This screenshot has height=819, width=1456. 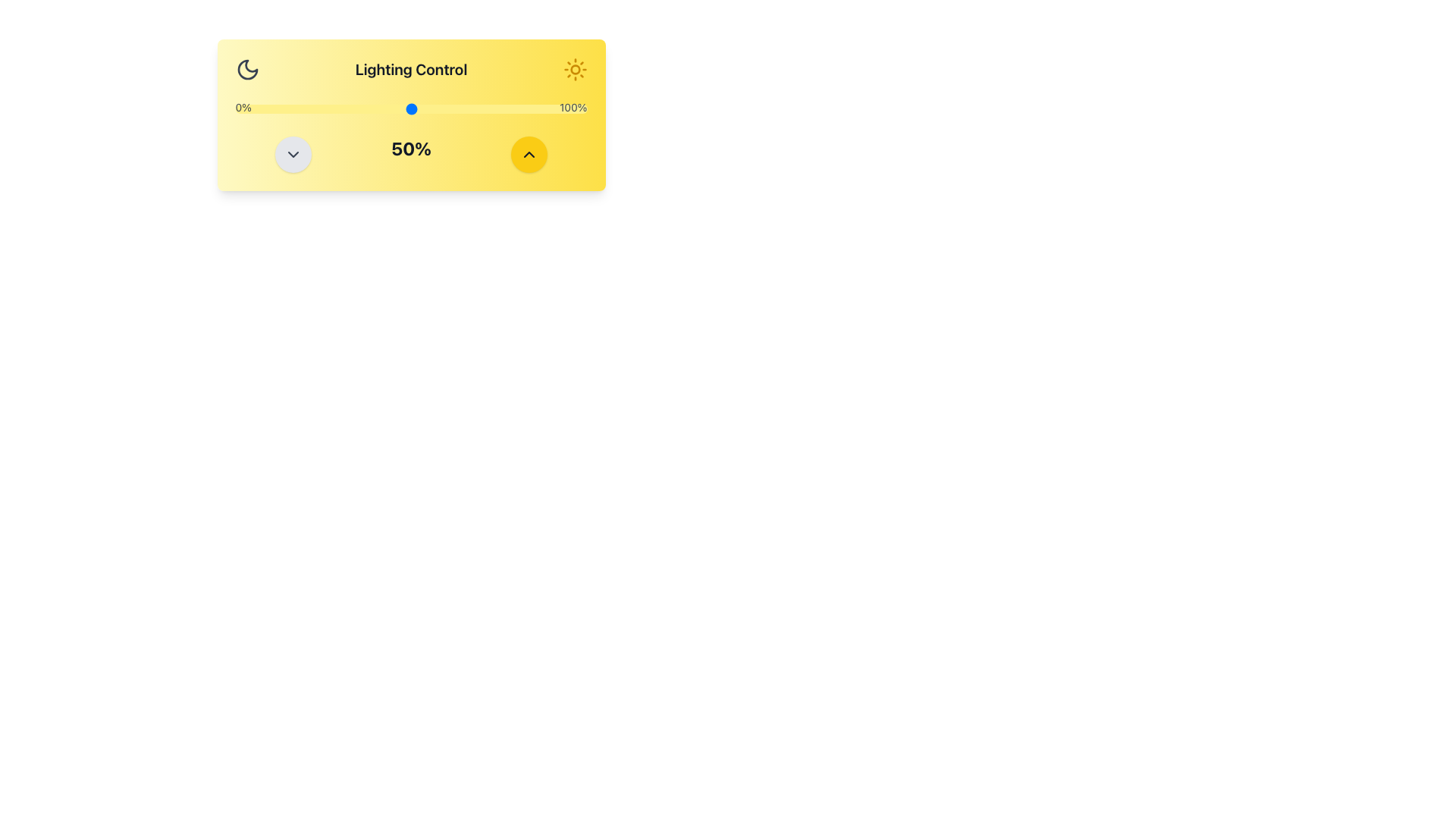 I want to click on the lighting intensity, so click(x=495, y=108).